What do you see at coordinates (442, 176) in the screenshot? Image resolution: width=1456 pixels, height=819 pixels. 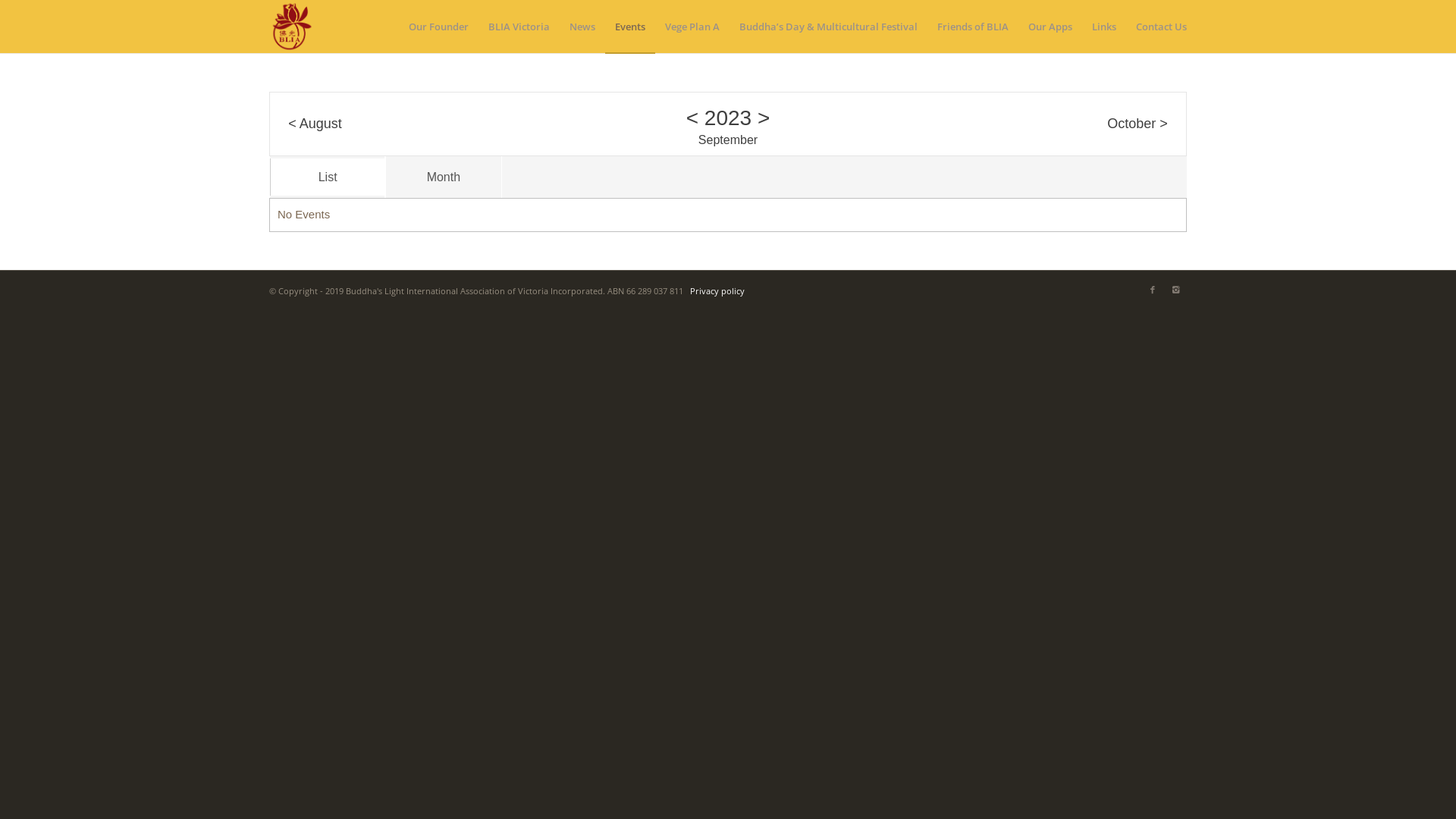 I see `'Month'` at bounding box center [442, 176].